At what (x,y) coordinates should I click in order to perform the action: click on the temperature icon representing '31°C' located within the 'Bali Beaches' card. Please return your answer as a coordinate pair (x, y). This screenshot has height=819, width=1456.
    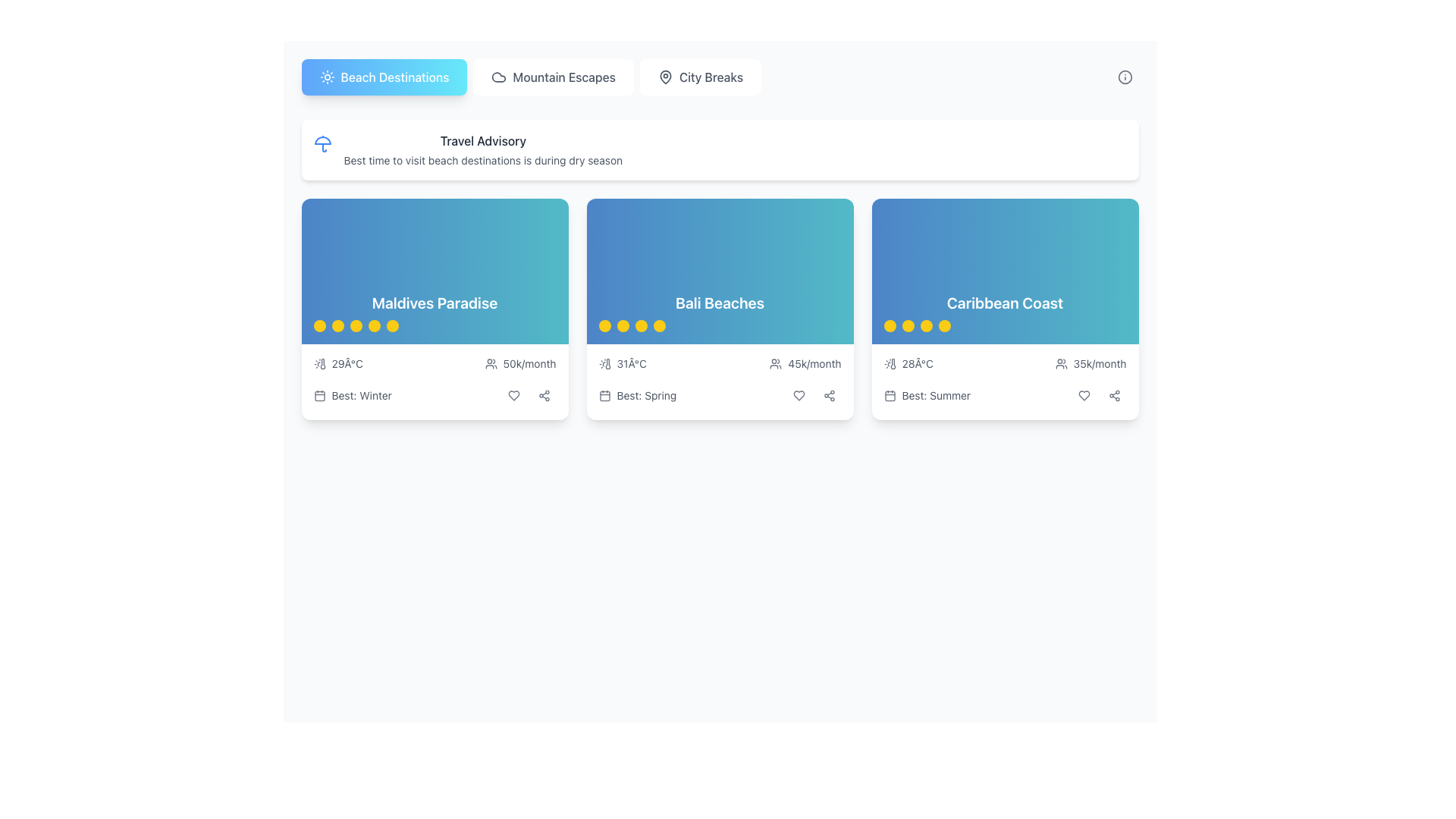
    Looking at the image, I should click on (604, 363).